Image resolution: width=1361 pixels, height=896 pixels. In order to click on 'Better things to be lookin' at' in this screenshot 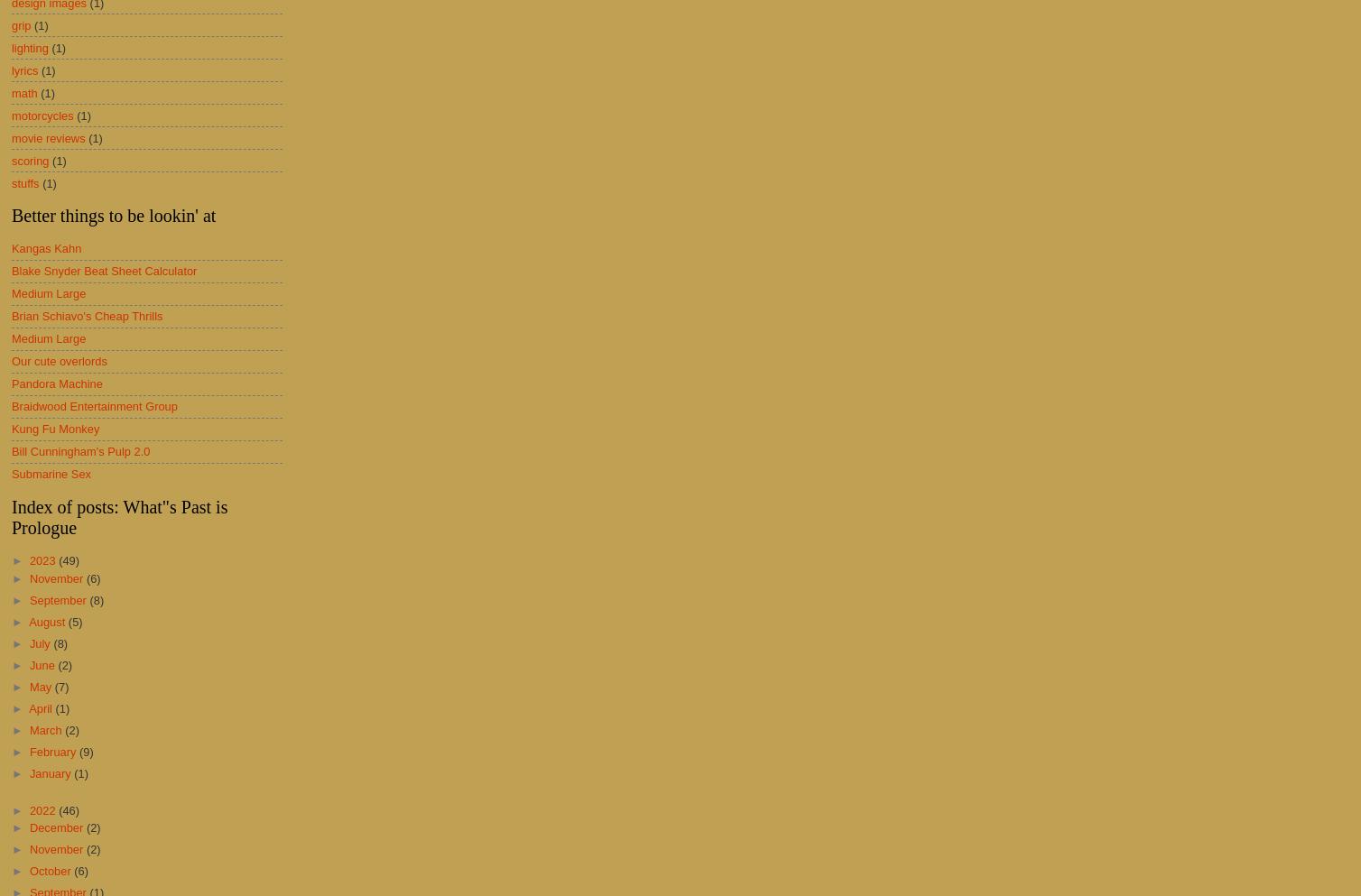, I will do `click(114, 214)`.